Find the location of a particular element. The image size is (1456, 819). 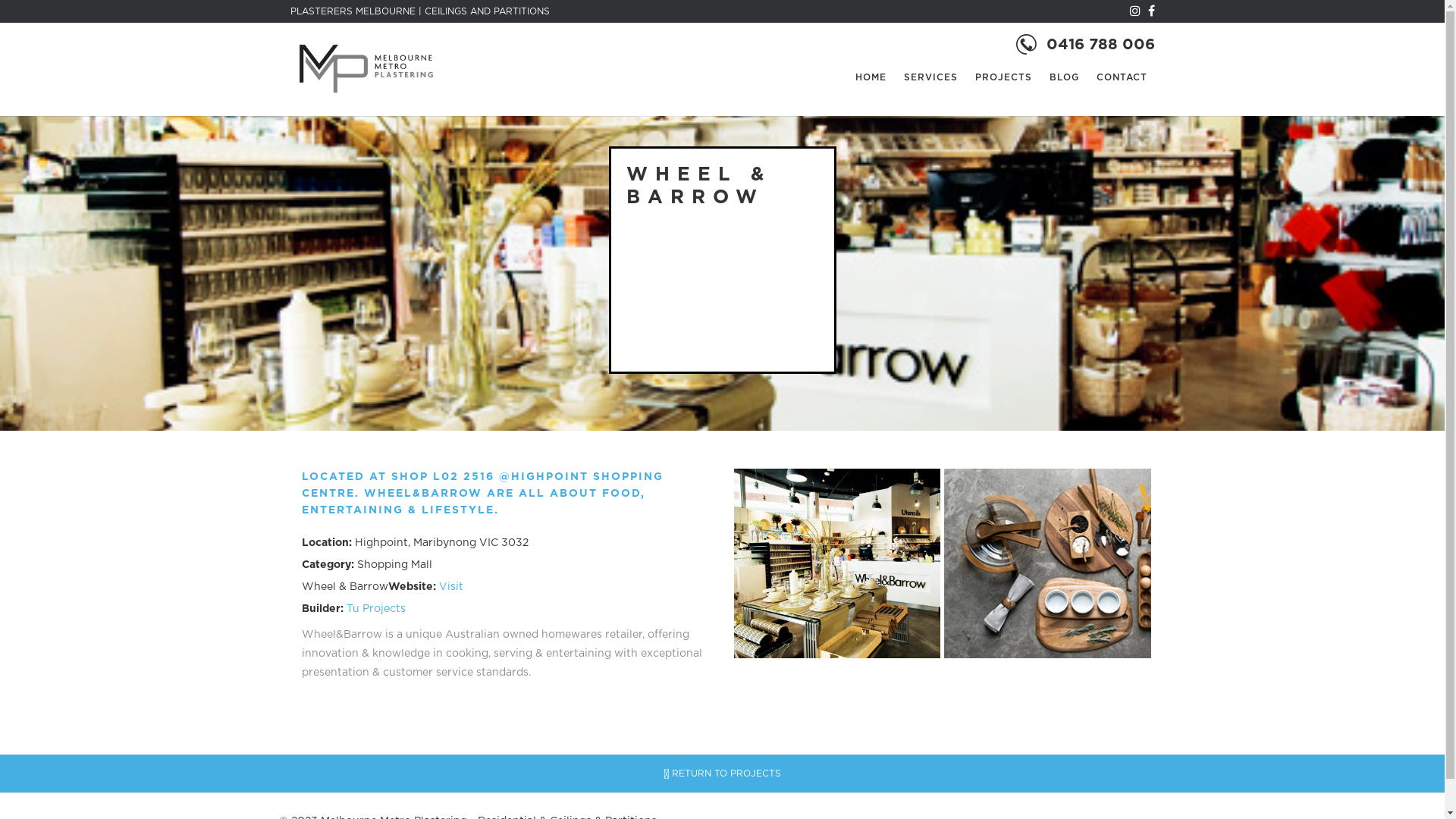

'PROJECTS' is located at coordinates (1003, 77).